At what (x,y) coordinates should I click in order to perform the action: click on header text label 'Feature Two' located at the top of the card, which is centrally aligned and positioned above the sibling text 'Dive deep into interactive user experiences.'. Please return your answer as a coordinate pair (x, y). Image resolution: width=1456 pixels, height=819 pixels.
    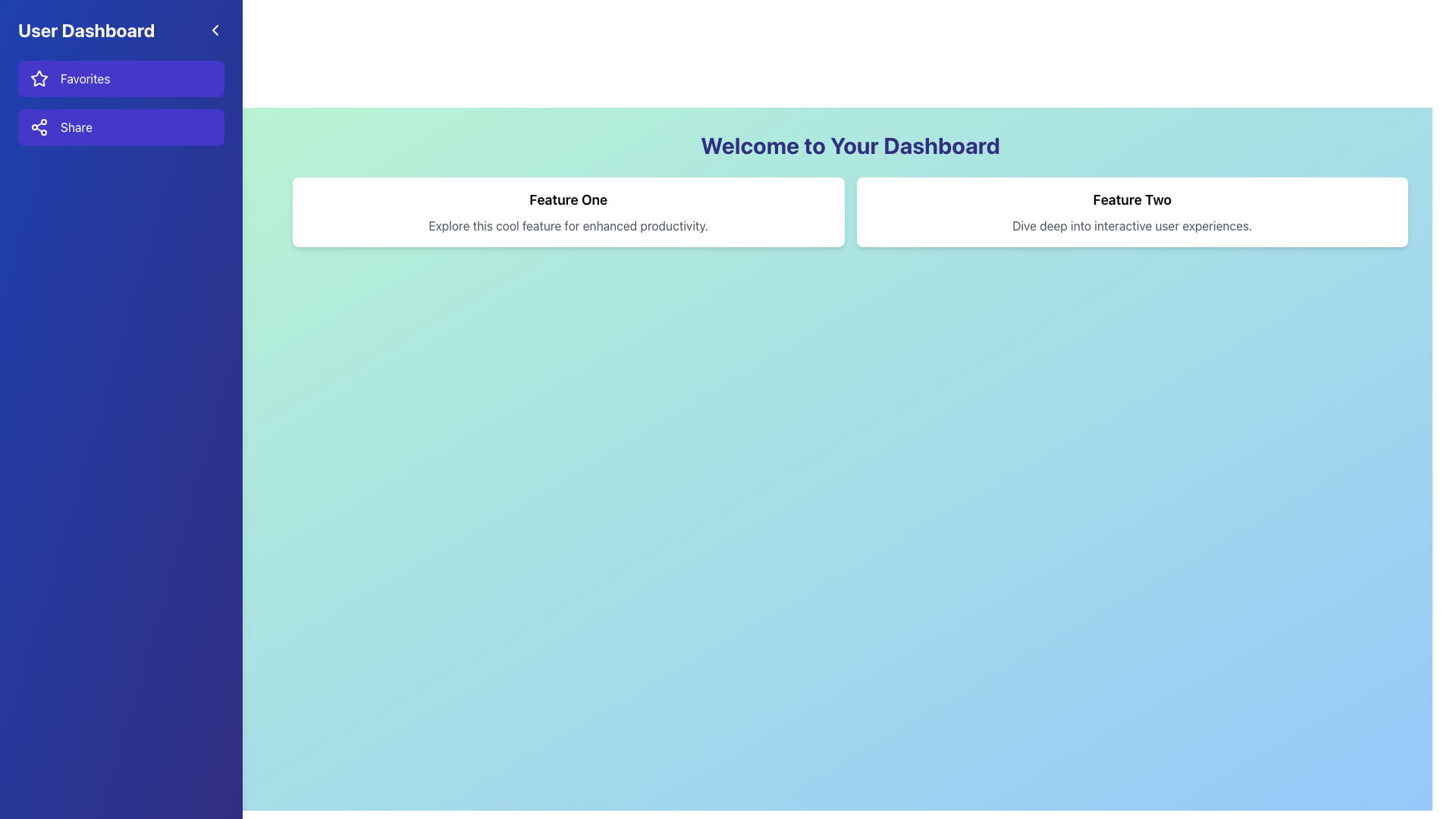
    Looking at the image, I should click on (1132, 199).